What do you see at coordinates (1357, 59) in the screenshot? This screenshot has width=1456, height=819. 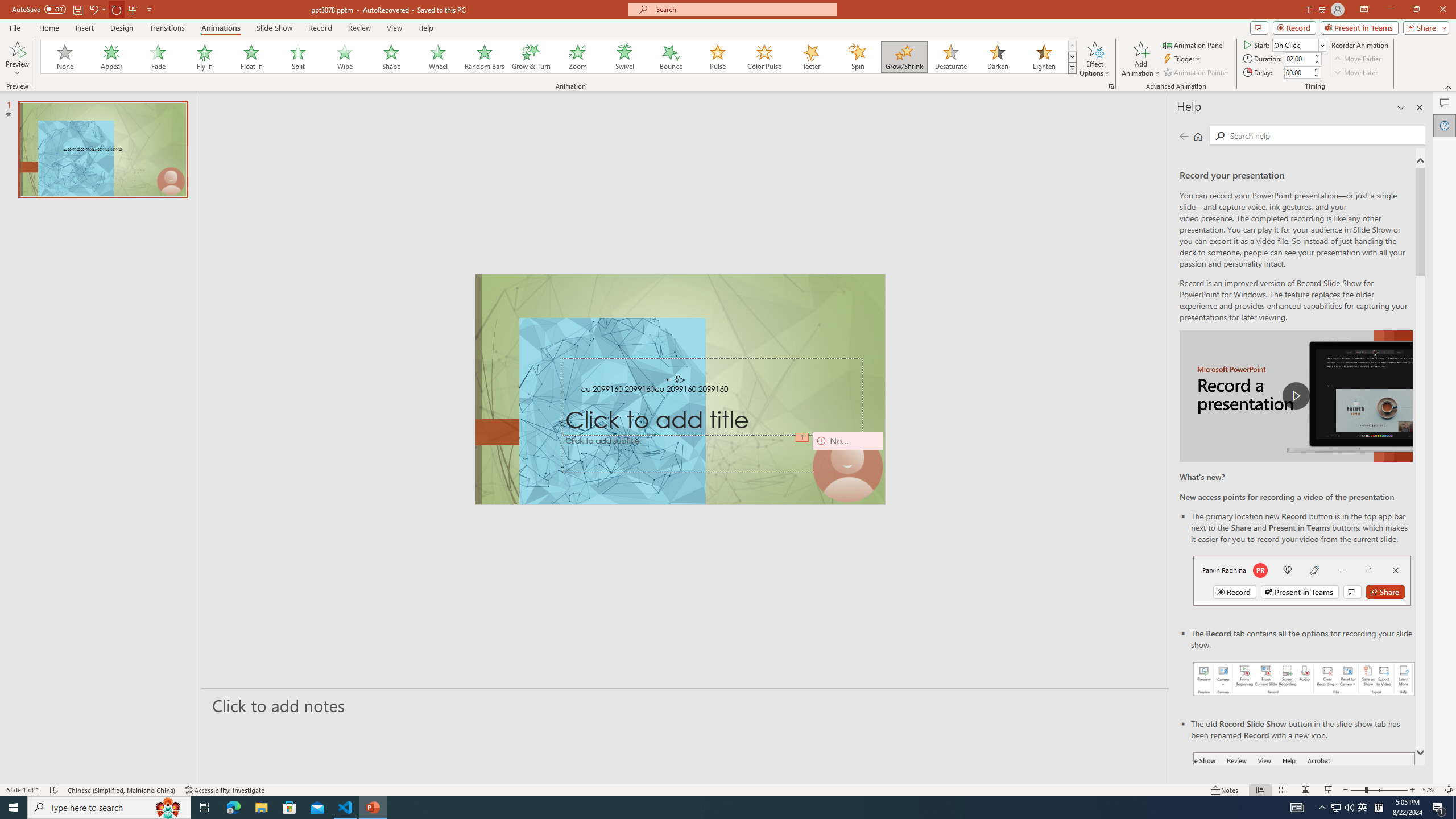 I see `'Move Earlier'` at bounding box center [1357, 59].